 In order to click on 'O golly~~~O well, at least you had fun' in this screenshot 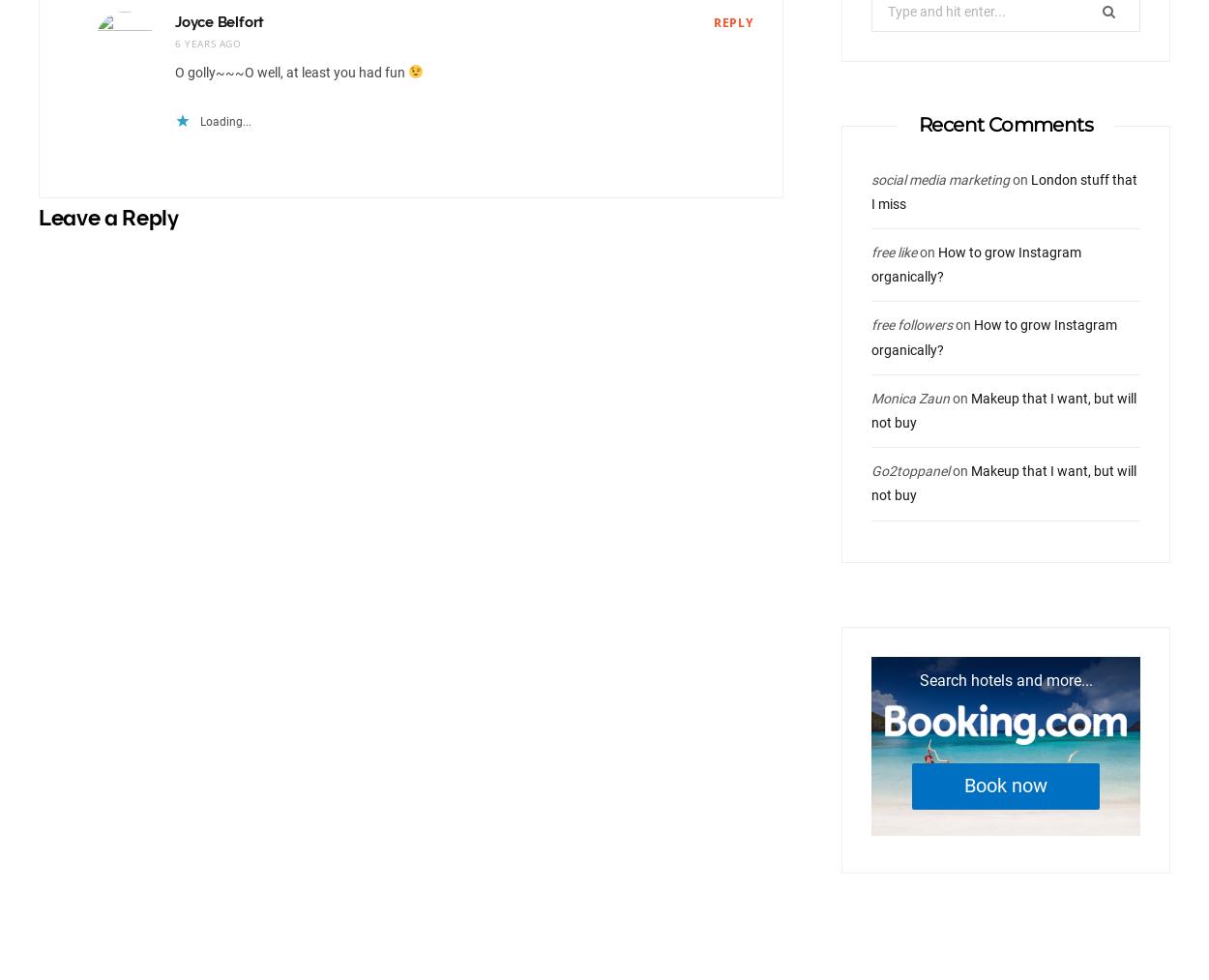, I will do `click(291, 71)`.